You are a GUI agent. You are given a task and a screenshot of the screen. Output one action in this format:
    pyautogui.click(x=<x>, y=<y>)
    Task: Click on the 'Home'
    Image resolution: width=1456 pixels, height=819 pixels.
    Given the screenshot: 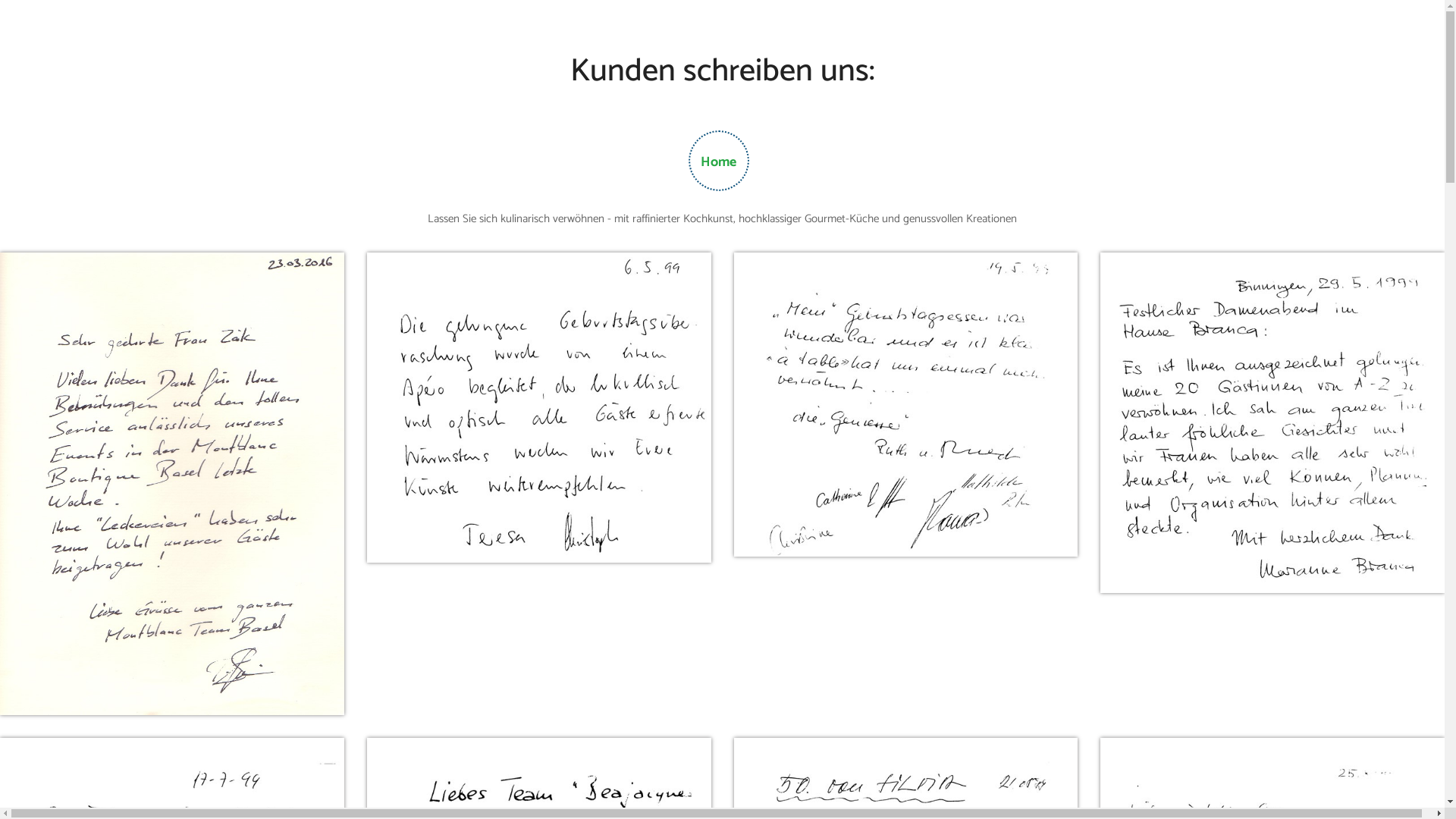 What is the action you would take?
    pyautogui.click(x=717, y=162)
    